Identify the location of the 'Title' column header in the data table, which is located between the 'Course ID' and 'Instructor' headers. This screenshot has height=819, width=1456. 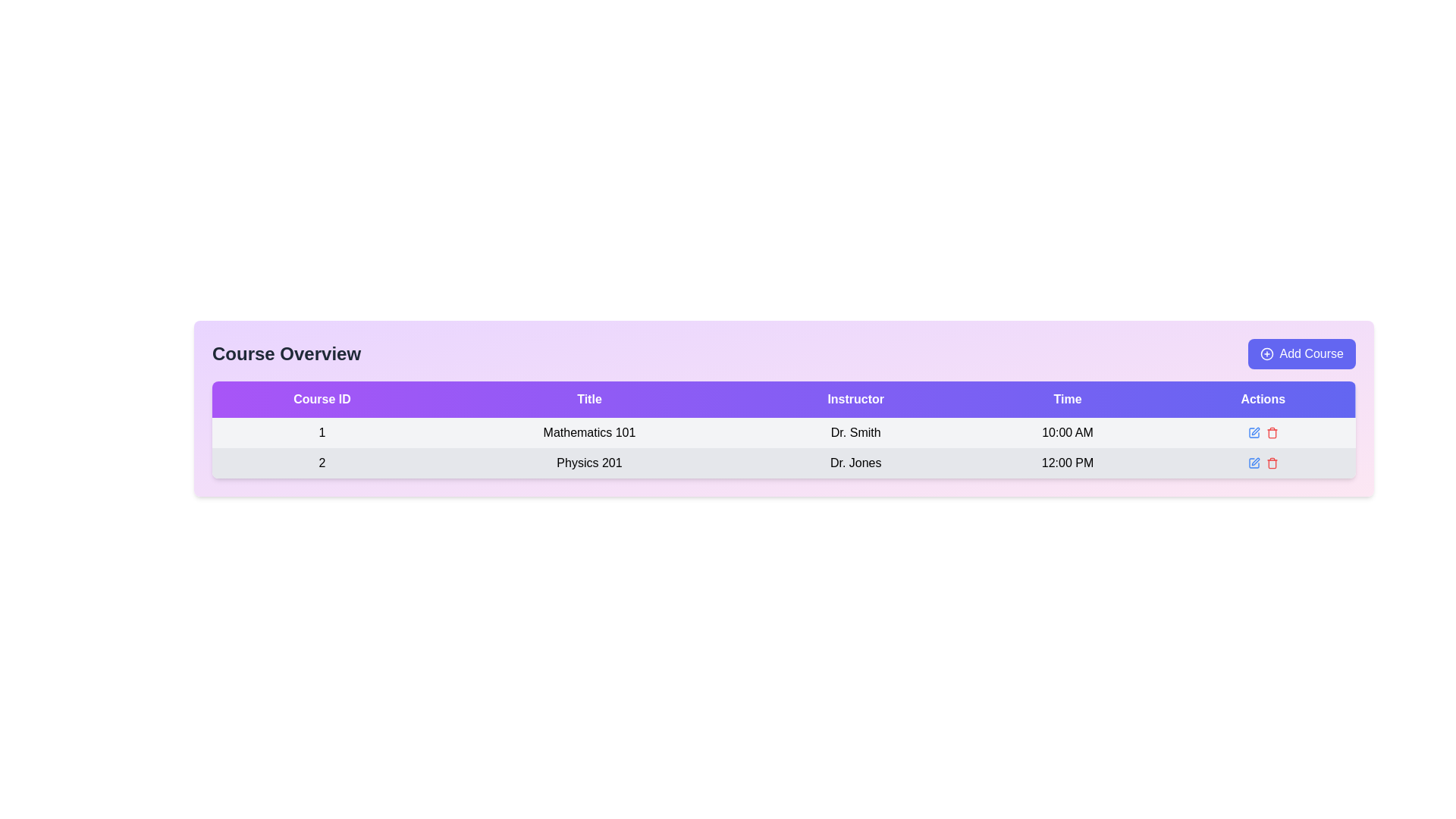
(588, 399).